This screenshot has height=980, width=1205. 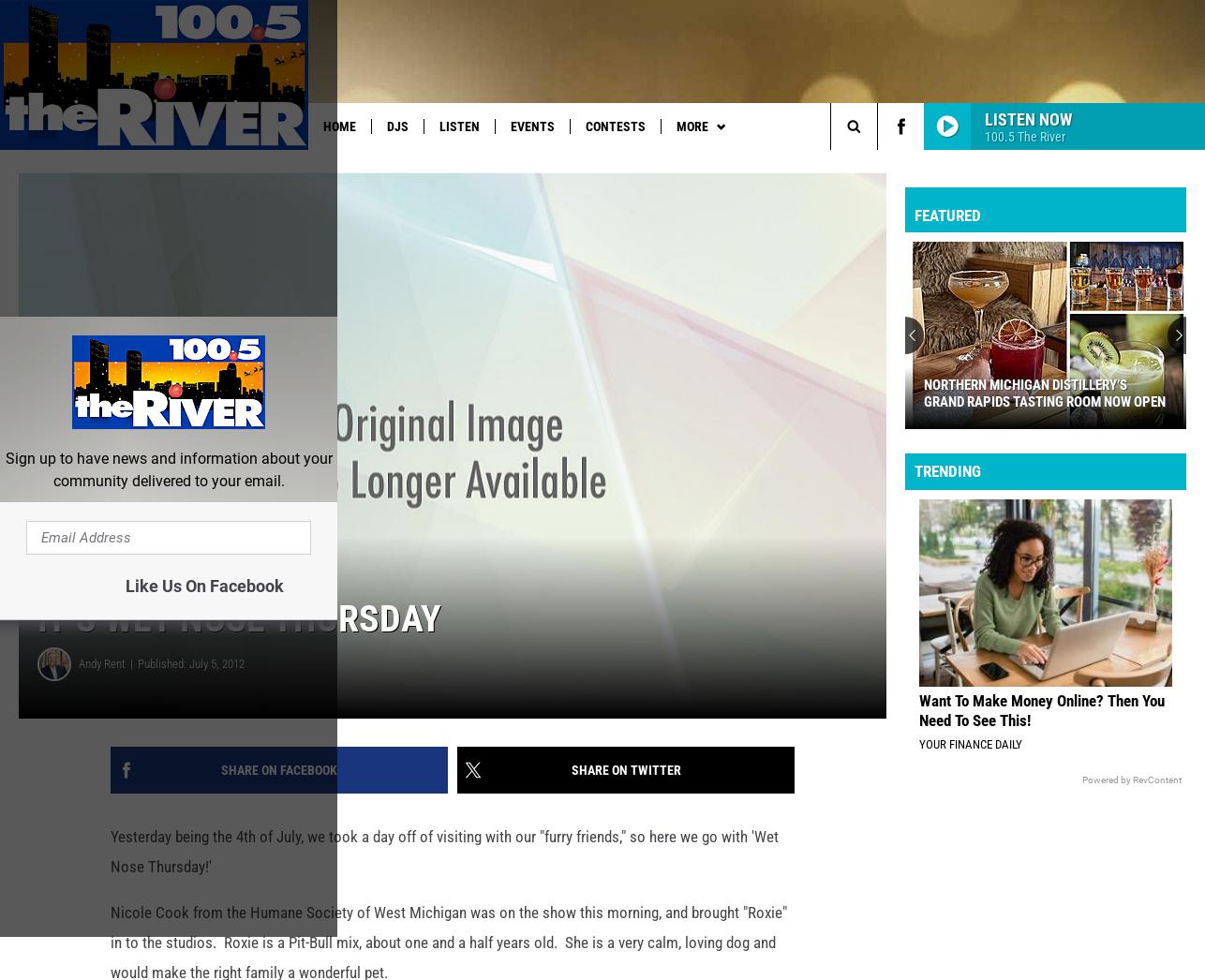 I want to click on 'Home', so click(x=321, y=126).